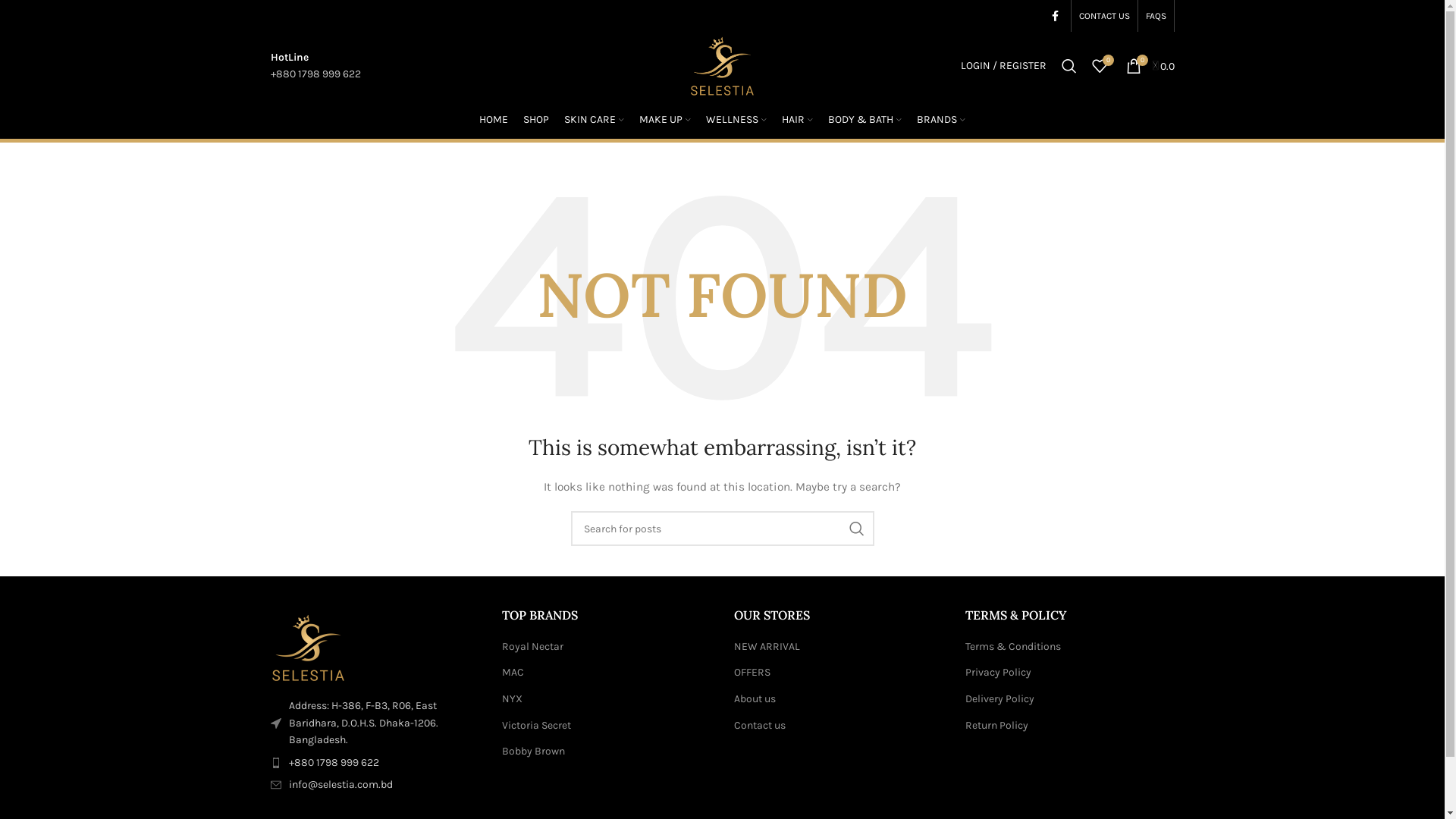 The image size is (1456, 819). Describe the element at coordinates (753, 672) in the screenshot. I see `'OFFERS'` at that location.